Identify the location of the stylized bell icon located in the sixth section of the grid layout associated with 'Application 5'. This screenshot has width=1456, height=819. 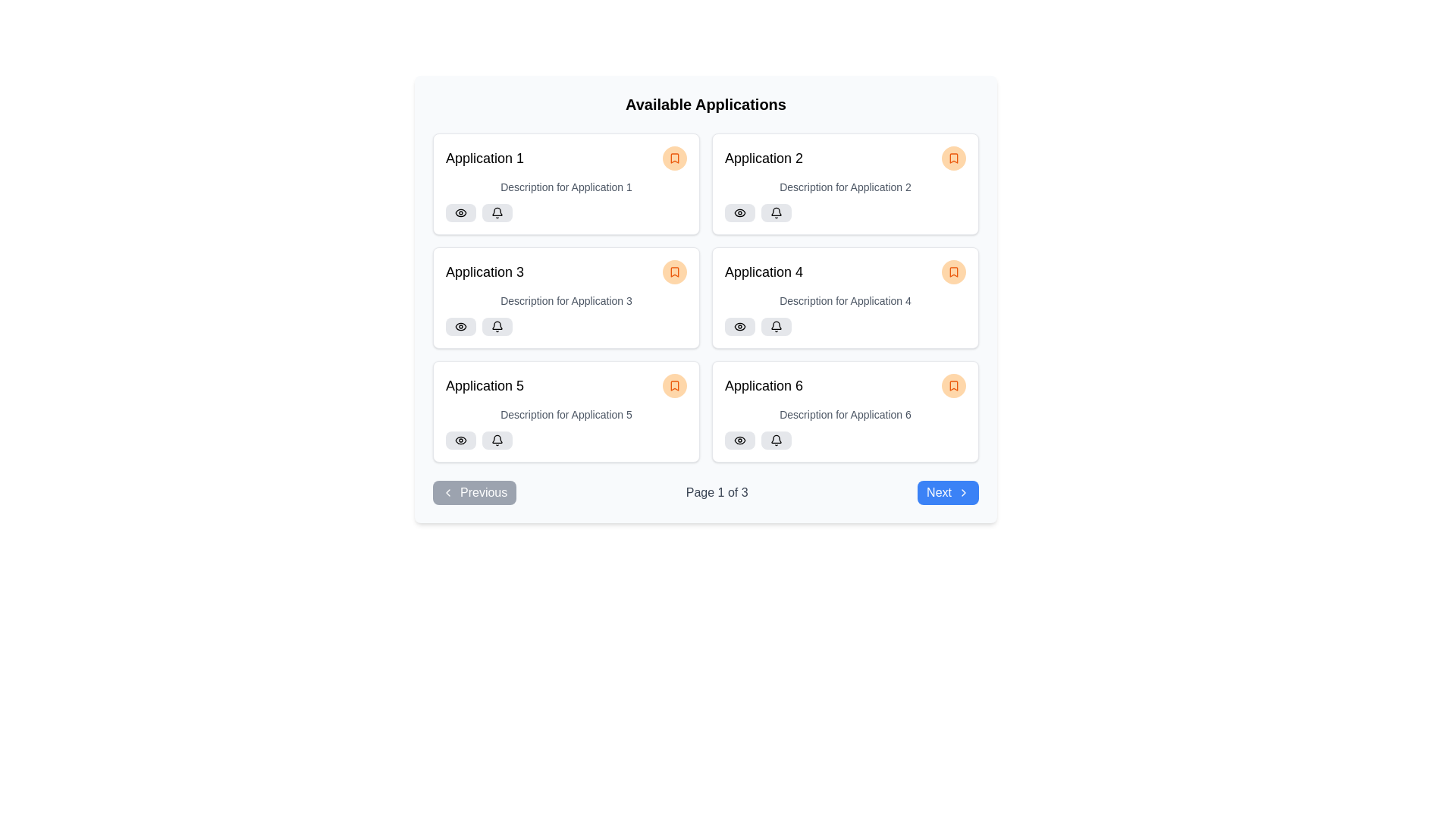
(497, 439).